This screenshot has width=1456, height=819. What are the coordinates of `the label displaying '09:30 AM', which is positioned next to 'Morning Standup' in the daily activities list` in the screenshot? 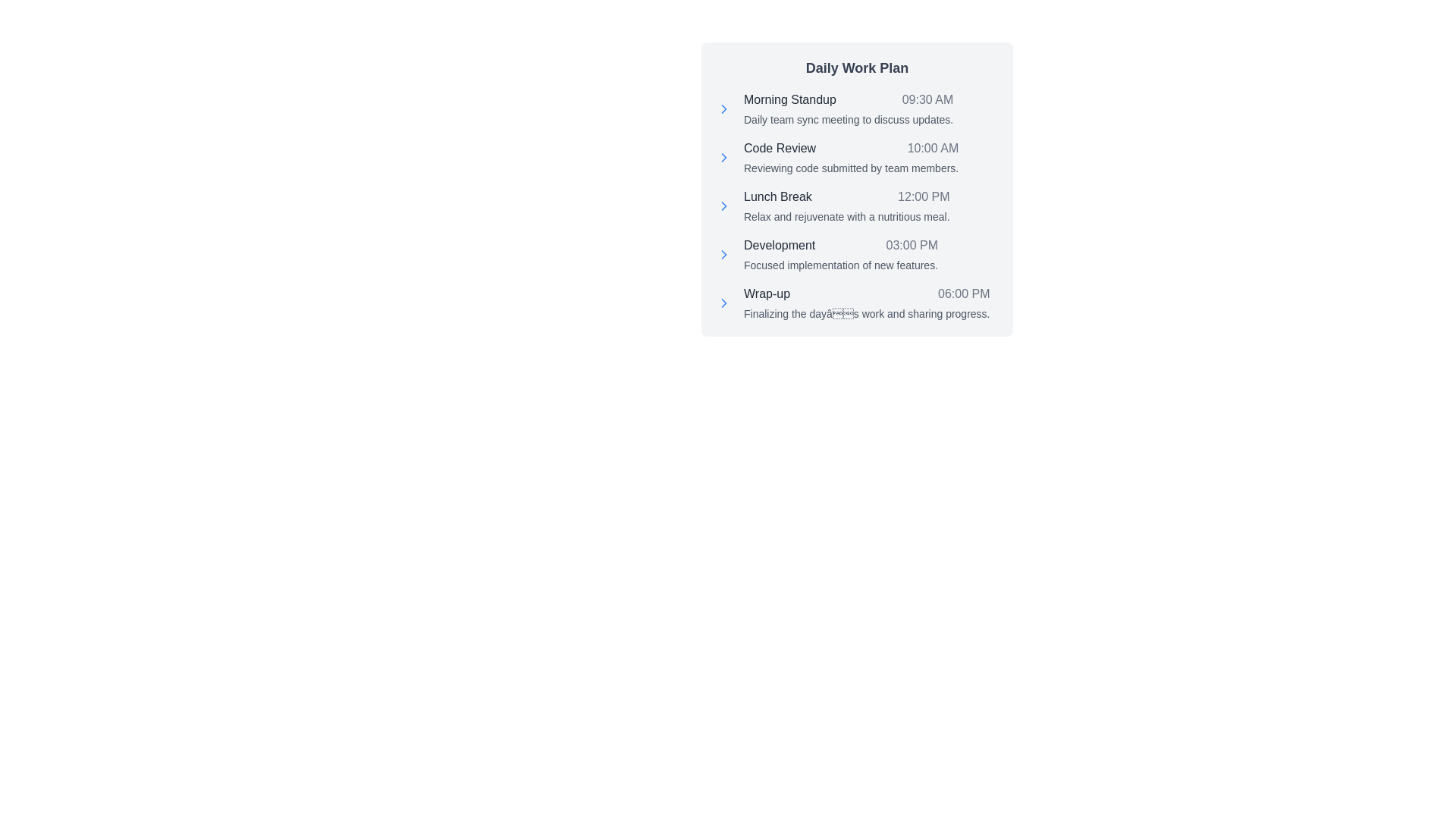 It's located at (927, 99).